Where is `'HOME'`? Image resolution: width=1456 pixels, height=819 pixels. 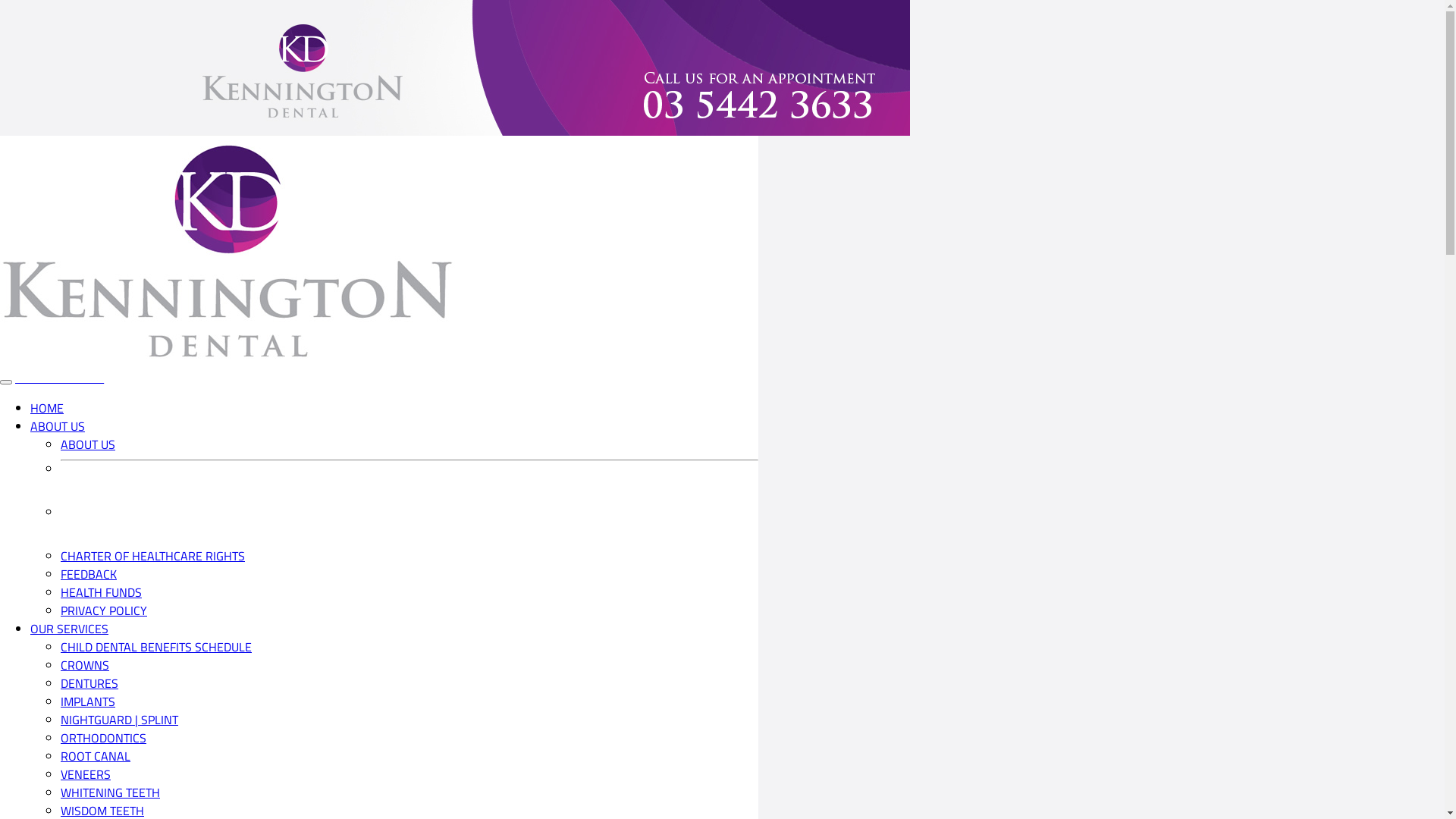
'HOME' is located at coordinates (47, 406).